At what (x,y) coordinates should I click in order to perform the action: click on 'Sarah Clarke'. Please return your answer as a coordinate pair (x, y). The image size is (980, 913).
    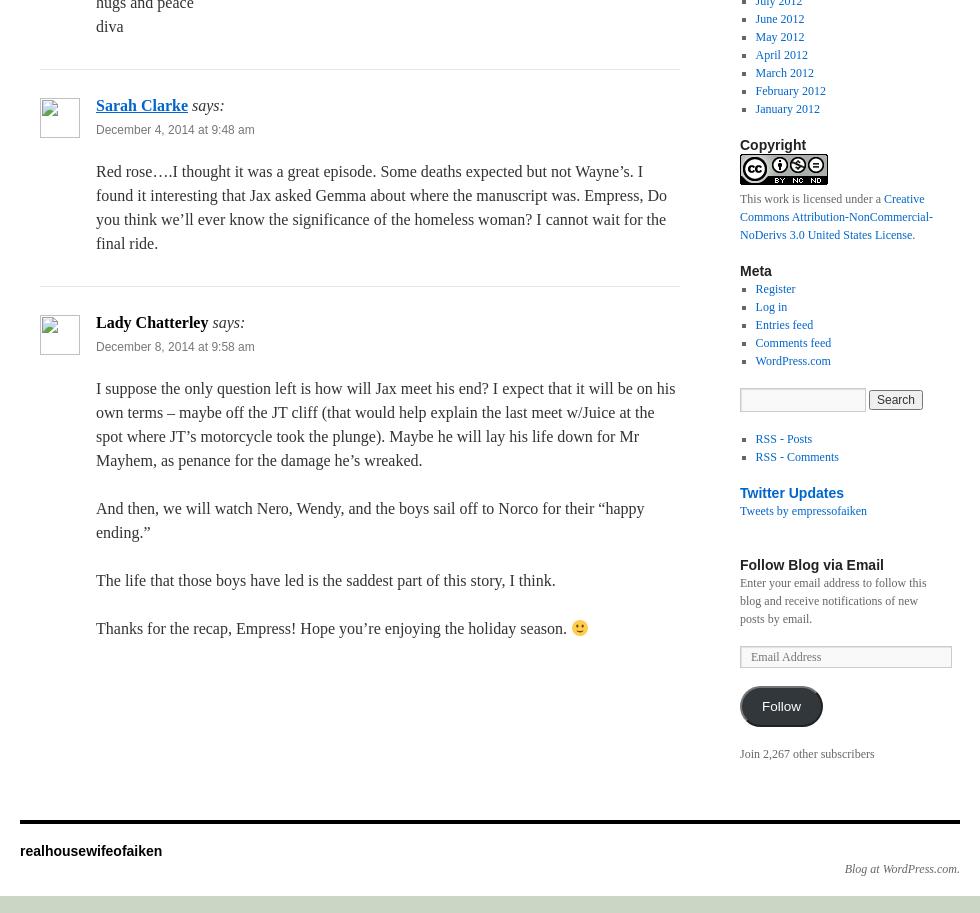
    Looking at the image, I should click on (142, 105).